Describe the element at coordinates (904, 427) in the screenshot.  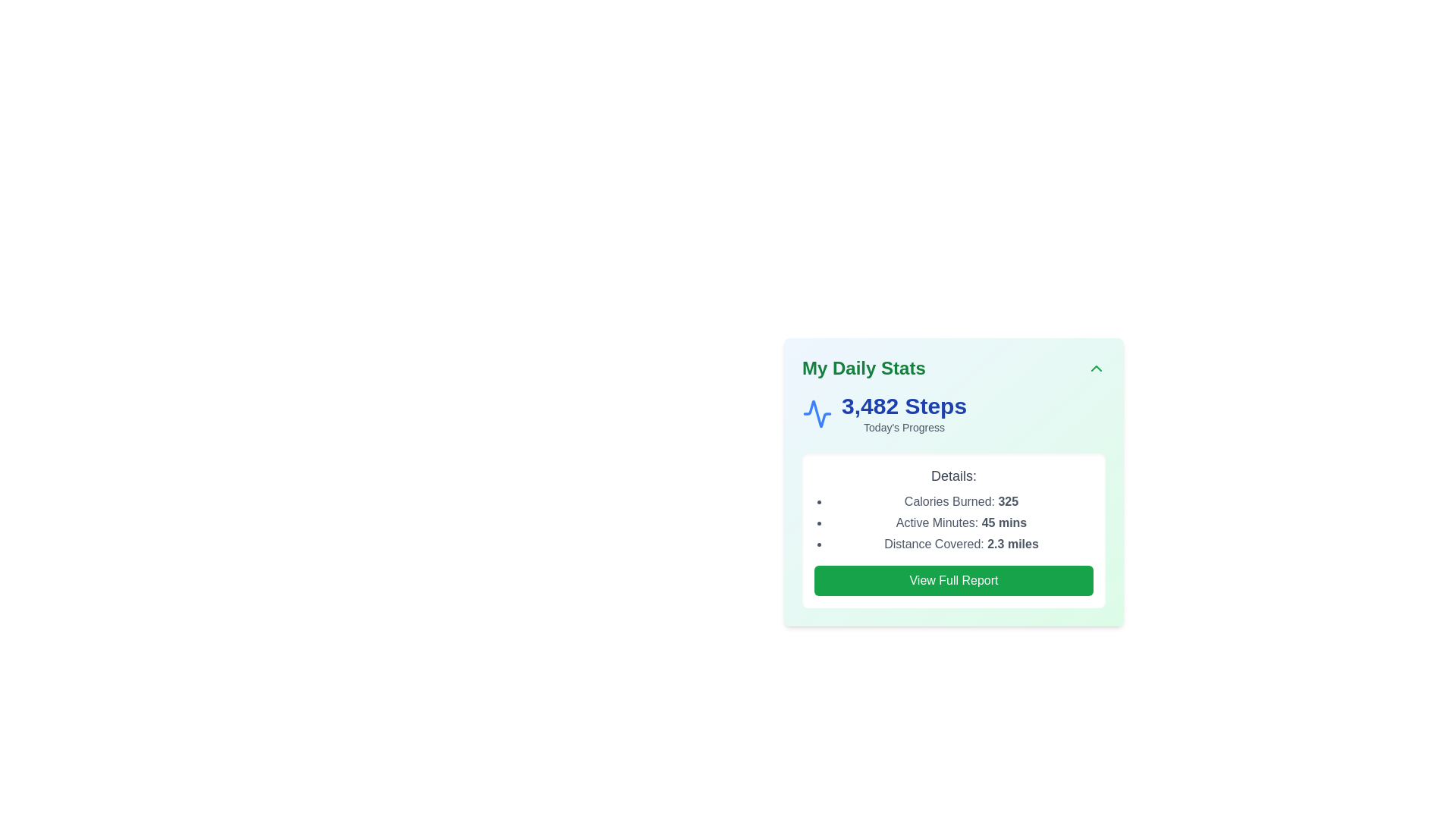
I see `text label displaying 'Today's Progress' located beneath '3,482 Steps' in the card labeled 'My Daily Stats'` at that location.